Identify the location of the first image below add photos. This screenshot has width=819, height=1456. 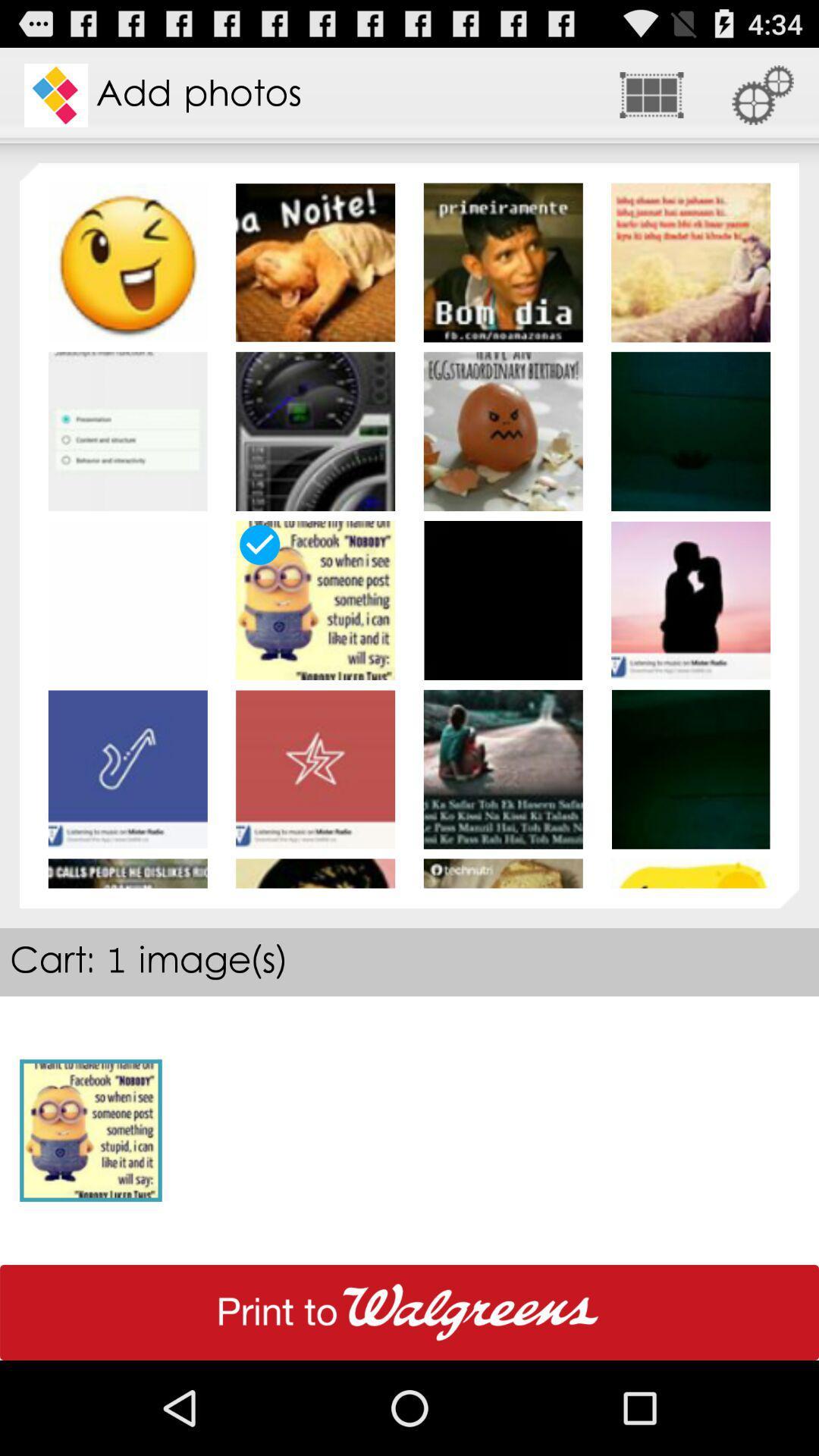
(127, 262).